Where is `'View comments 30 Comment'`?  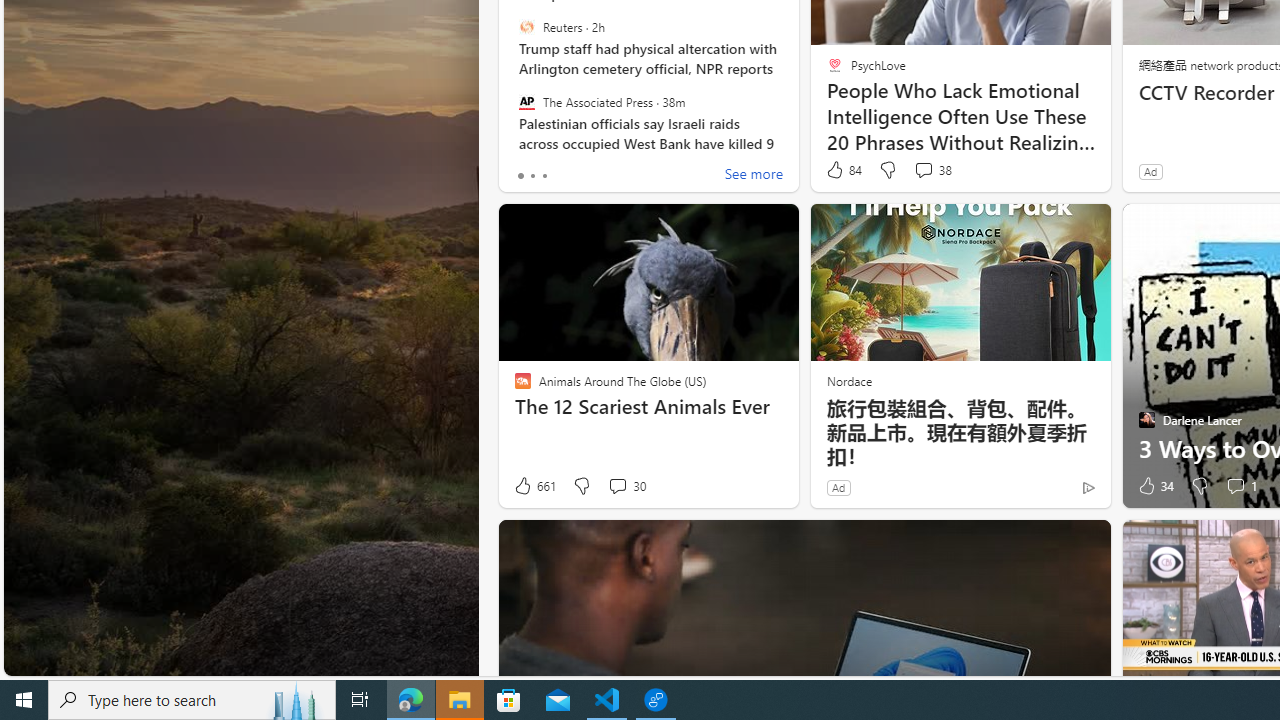 'View comments 30 Comment' is located at coordinates (616, 486).